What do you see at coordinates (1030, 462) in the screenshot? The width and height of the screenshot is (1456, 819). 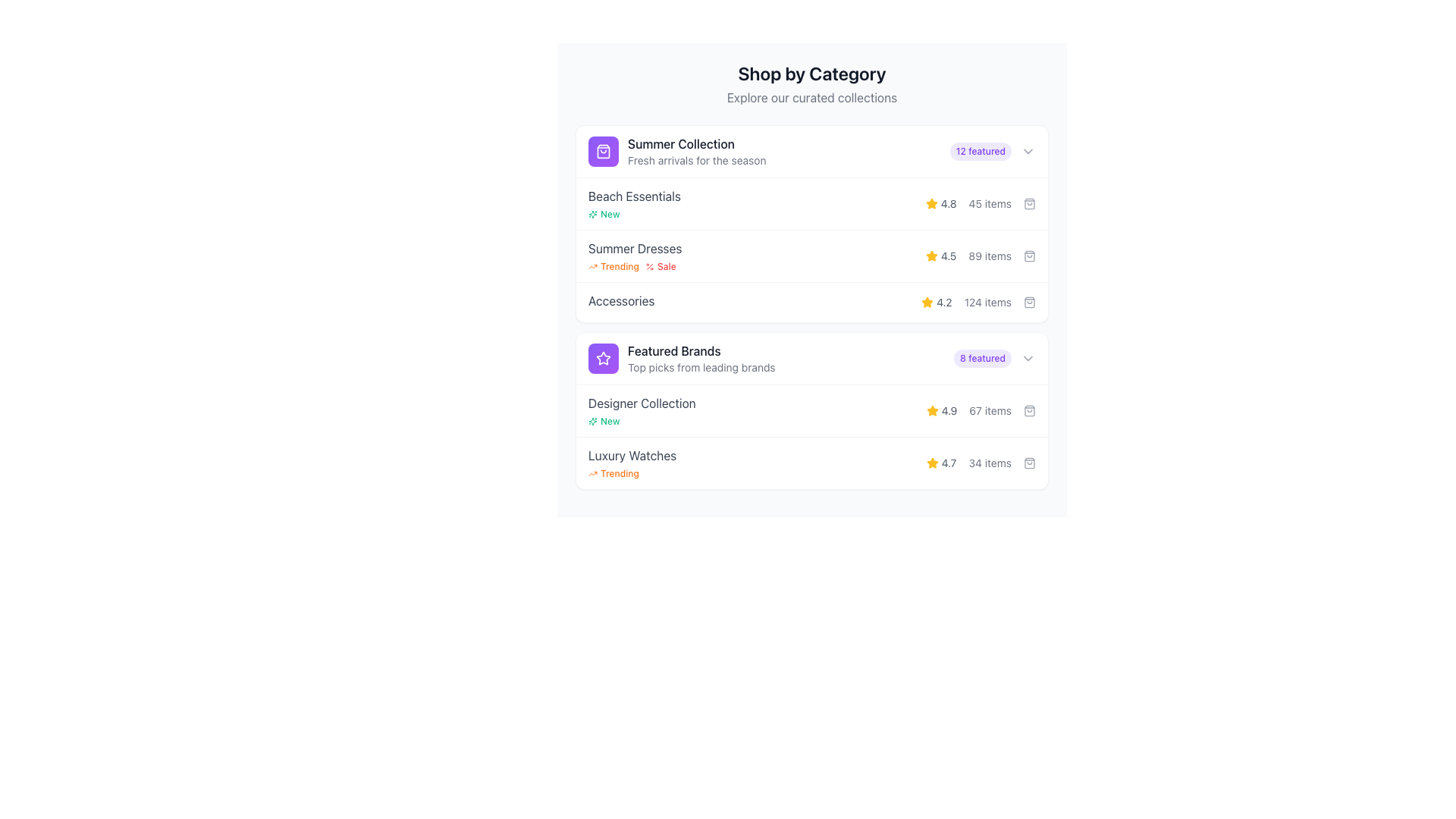 I see `the shopping bag icon that represents the main body outline, located near the bottom-right quadrant of the page adjacent to 'Luxury Watches'` at bounding box center [1030, 462].